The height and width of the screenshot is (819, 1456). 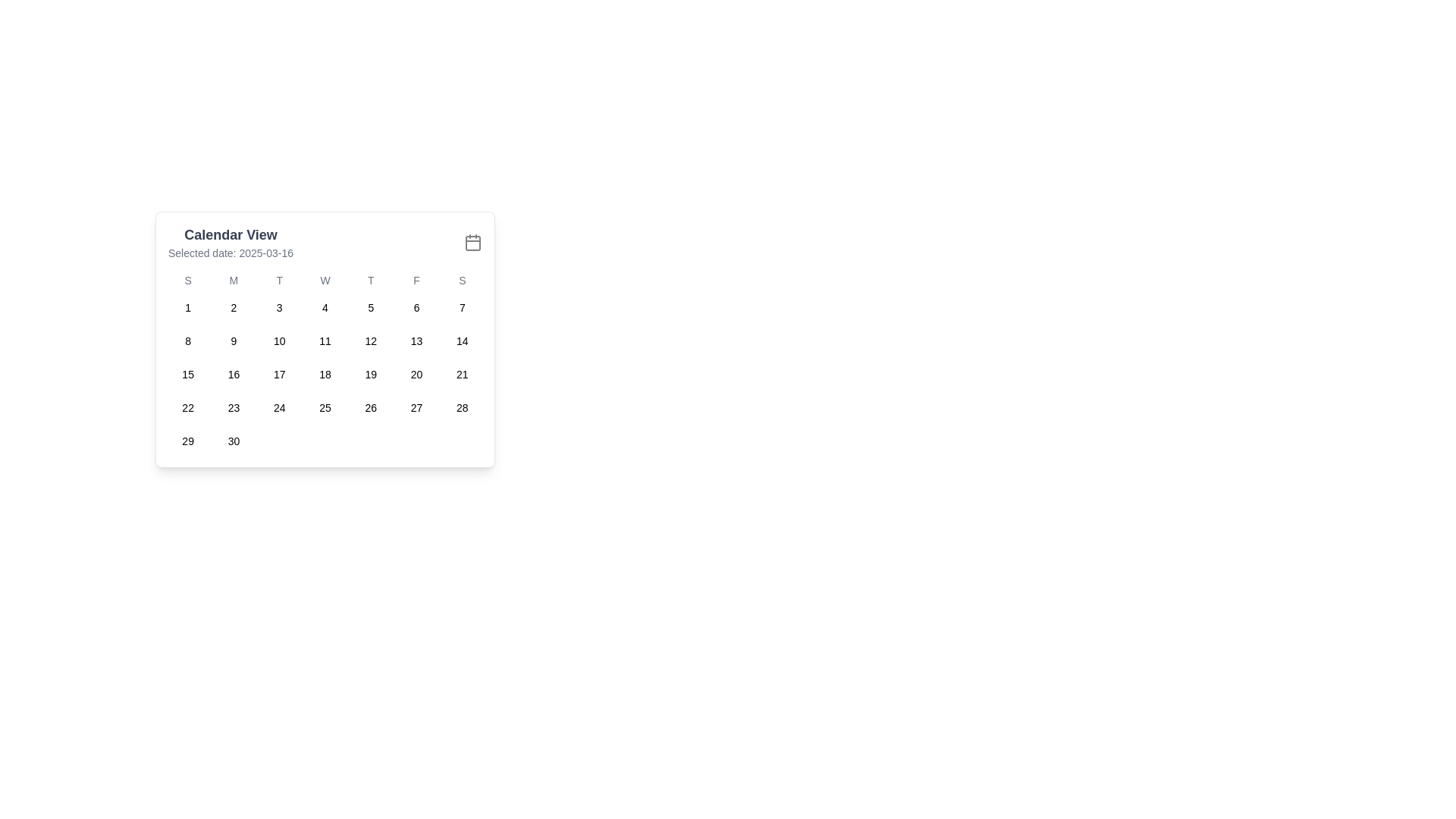 I want to click on the small rounded rectangle button labeled '3' located under the 'T' header, which is positioned in the first row of numbers, third from the left, so click(x=279, y=307).